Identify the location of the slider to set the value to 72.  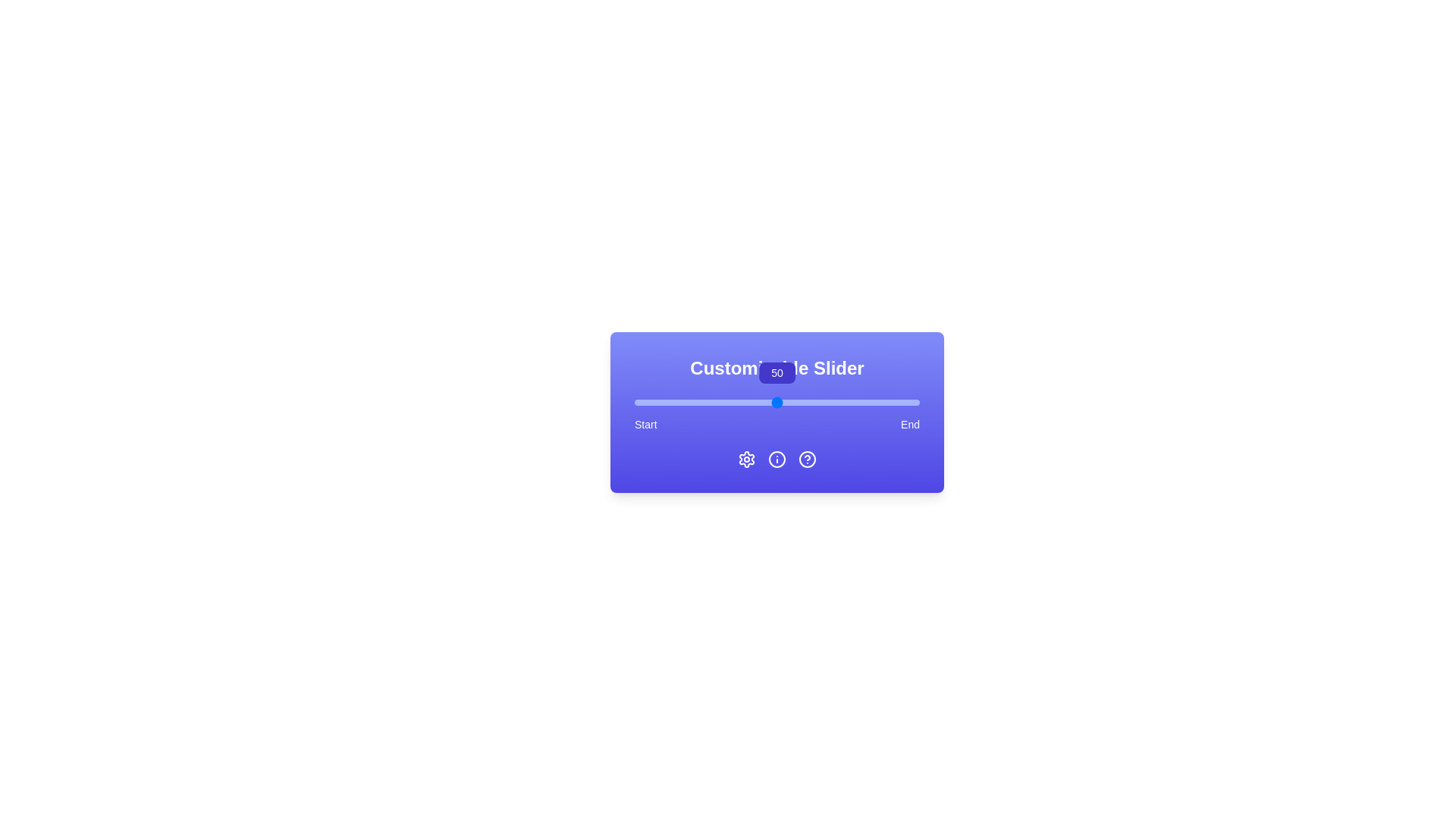
(839, 402).